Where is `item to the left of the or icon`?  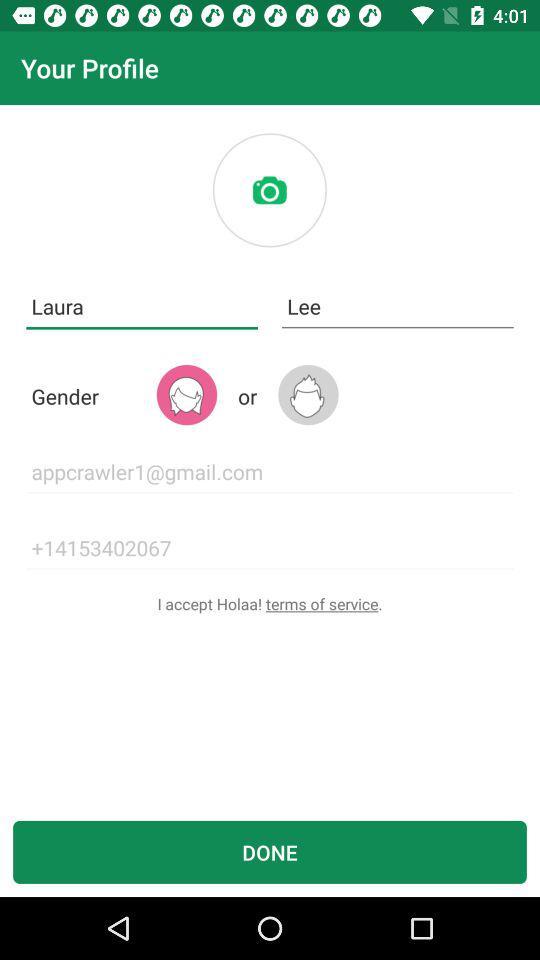 item to the left of the or icon is located at coordinates (186, 394).